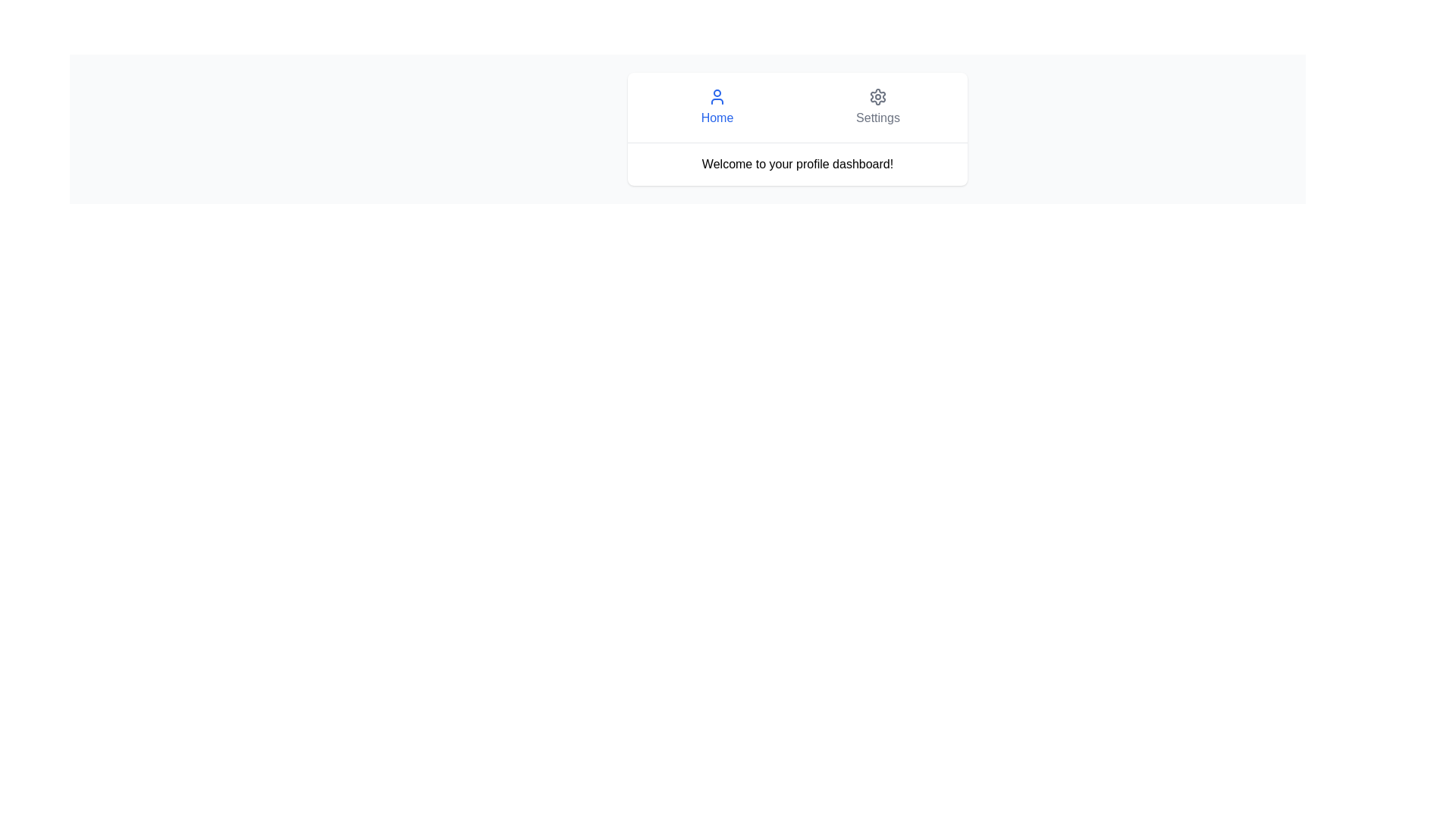  Describe the element at coordinates (877, 96) in the screenshot. I see `the gear-shaped icon representing settings` at that location.